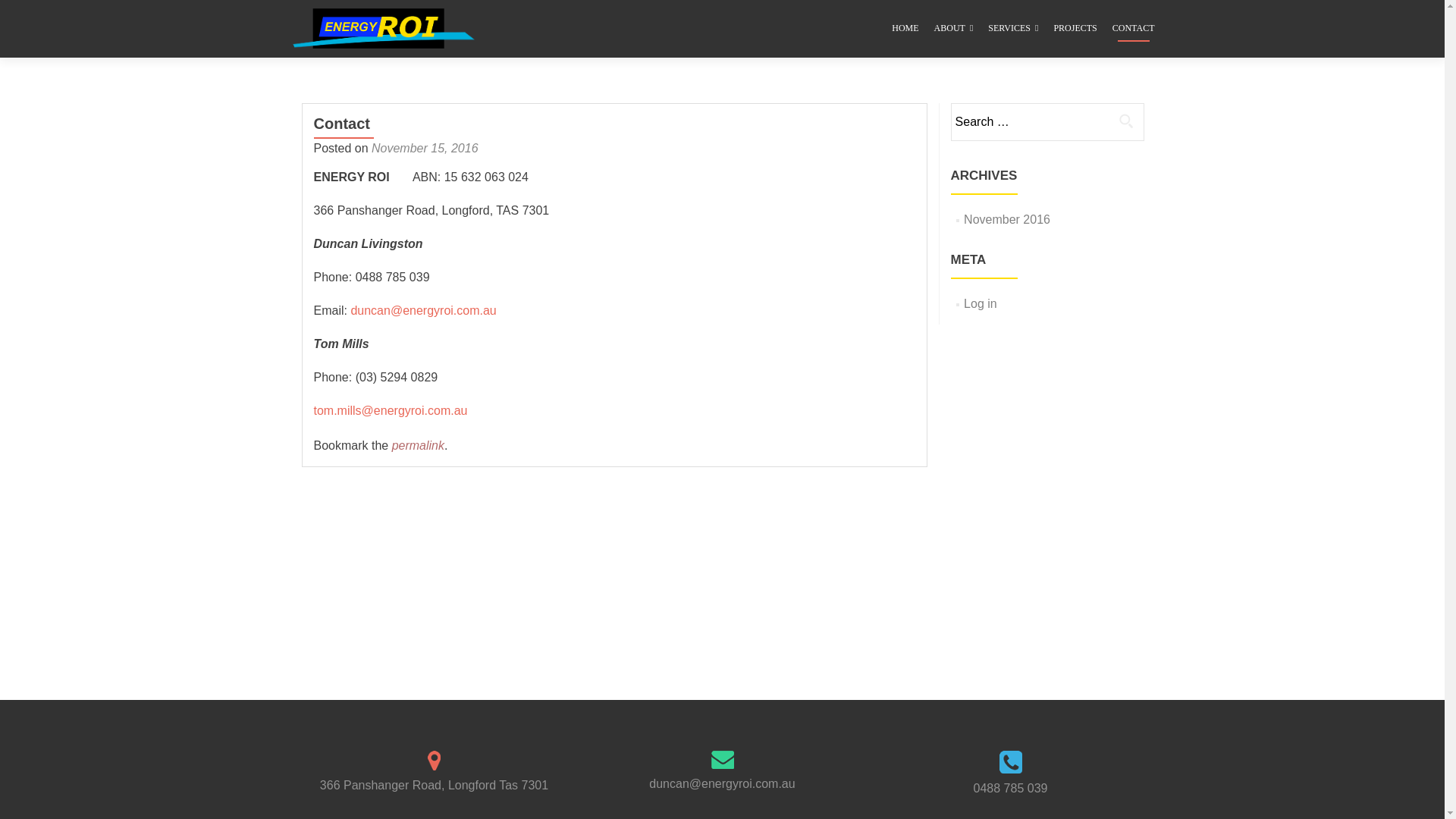 This screenshot has width=1456, height=819. What do you see at coordinates (1052, 28) in the screenshot?
I see `'PROJECTS'` at bounding box center [1052, 28].